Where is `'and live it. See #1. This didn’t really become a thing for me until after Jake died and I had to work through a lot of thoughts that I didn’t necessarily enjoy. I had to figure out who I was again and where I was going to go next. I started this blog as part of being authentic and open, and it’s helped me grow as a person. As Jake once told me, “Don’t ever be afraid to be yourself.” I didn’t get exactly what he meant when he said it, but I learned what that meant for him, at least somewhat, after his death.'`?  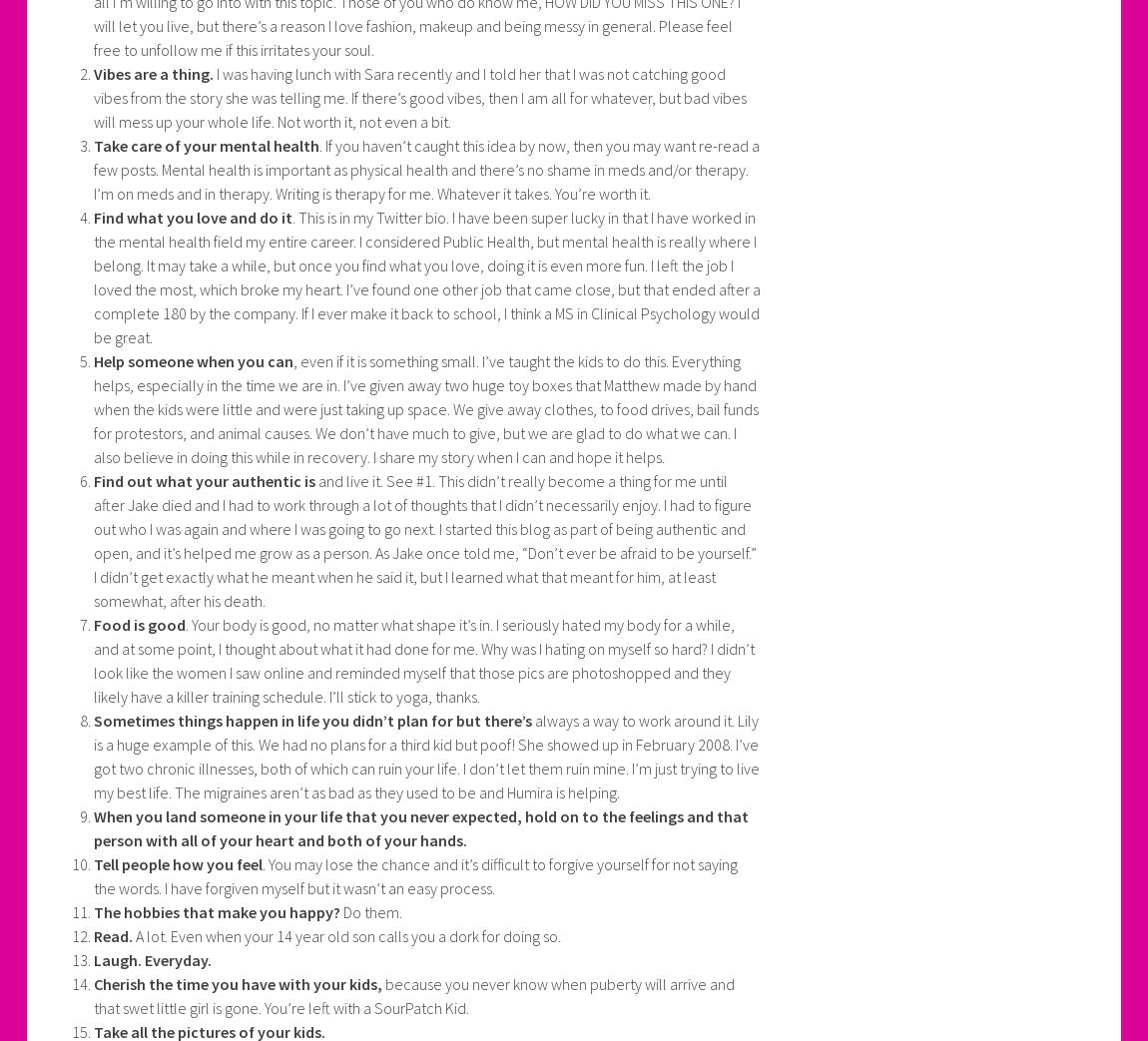
'and live it. See #1. This didn’t really become a thing for me until after Jake died and I had to work through a lot of thoughts that I didn’t necessarily enjoy. I had to figure out who I was again and where I was going to go next. I started this blog as part of being authentic and open, and it’s helped me grow as a person. As Jake once told me, “Don’t ever be afraid to be yourself.” I didn’t get exactly what he meant when he said it, but I learned what that meant for him, at least somewhat, after his death.' is located at coordinates (424, 541).